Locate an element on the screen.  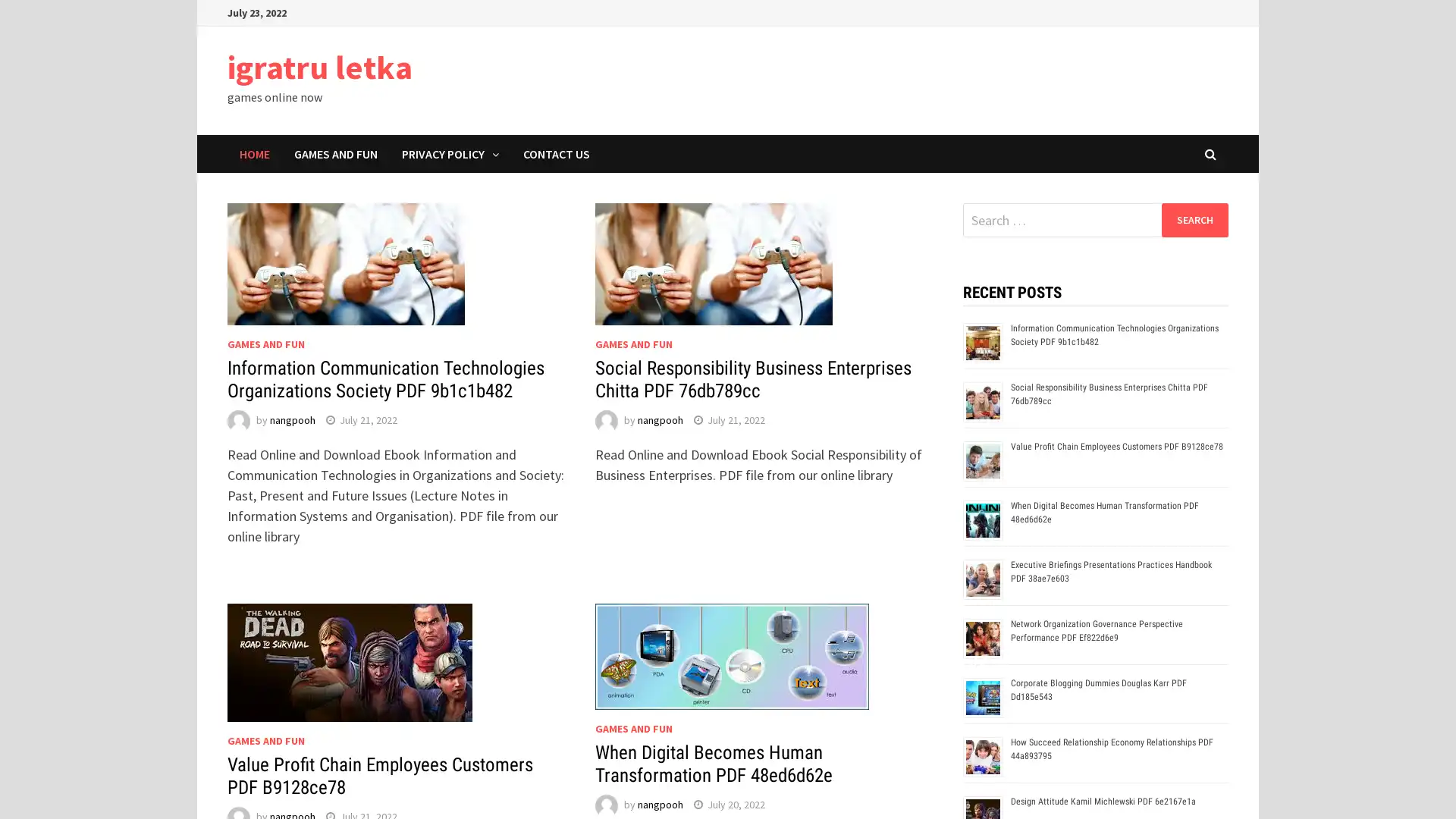
Search is located at coordinates (1194, 219).